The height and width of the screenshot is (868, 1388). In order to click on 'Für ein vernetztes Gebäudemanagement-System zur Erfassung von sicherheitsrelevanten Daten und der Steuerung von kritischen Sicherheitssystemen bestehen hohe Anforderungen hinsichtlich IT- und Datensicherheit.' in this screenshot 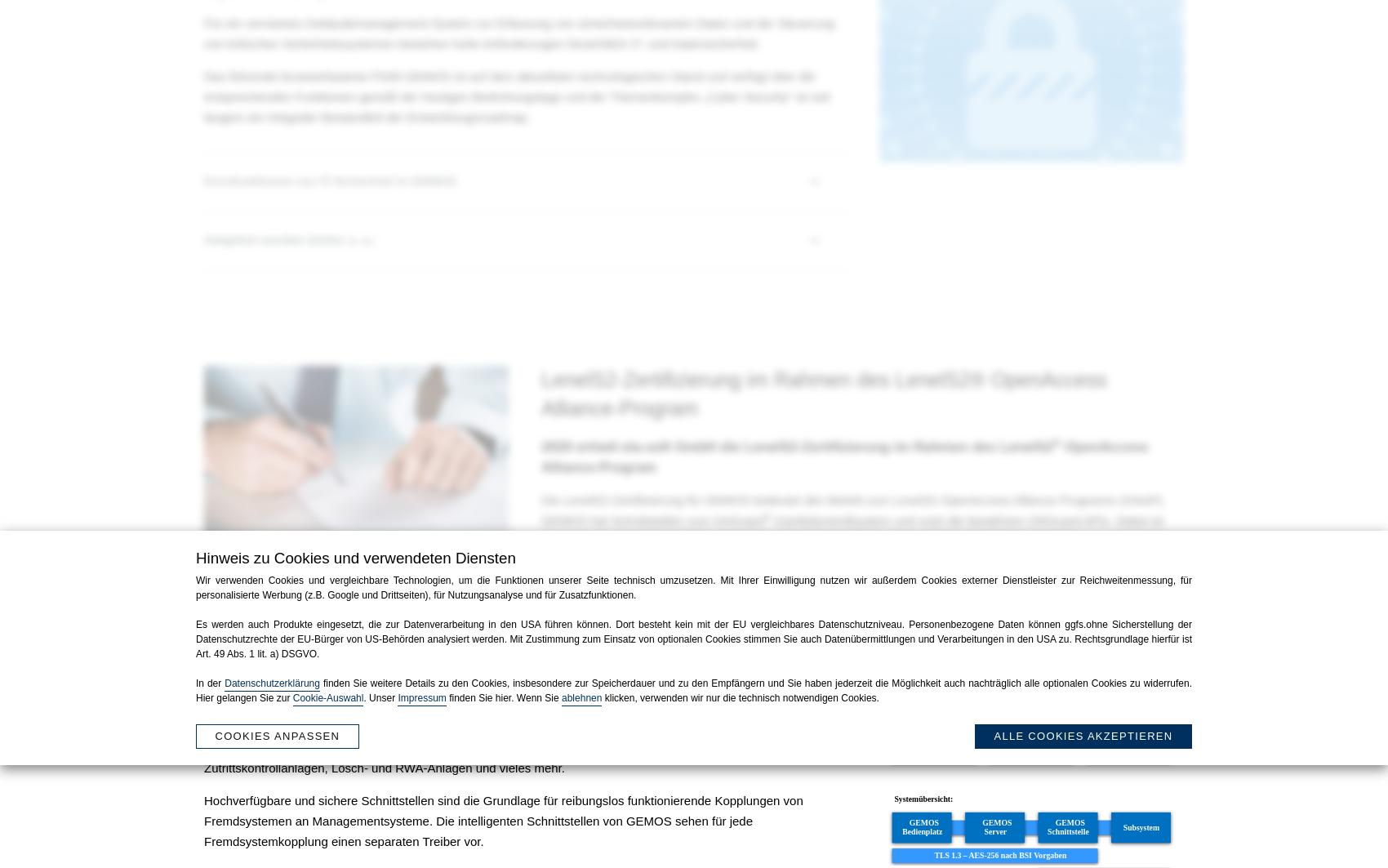, I will do `click(518, 32)`.